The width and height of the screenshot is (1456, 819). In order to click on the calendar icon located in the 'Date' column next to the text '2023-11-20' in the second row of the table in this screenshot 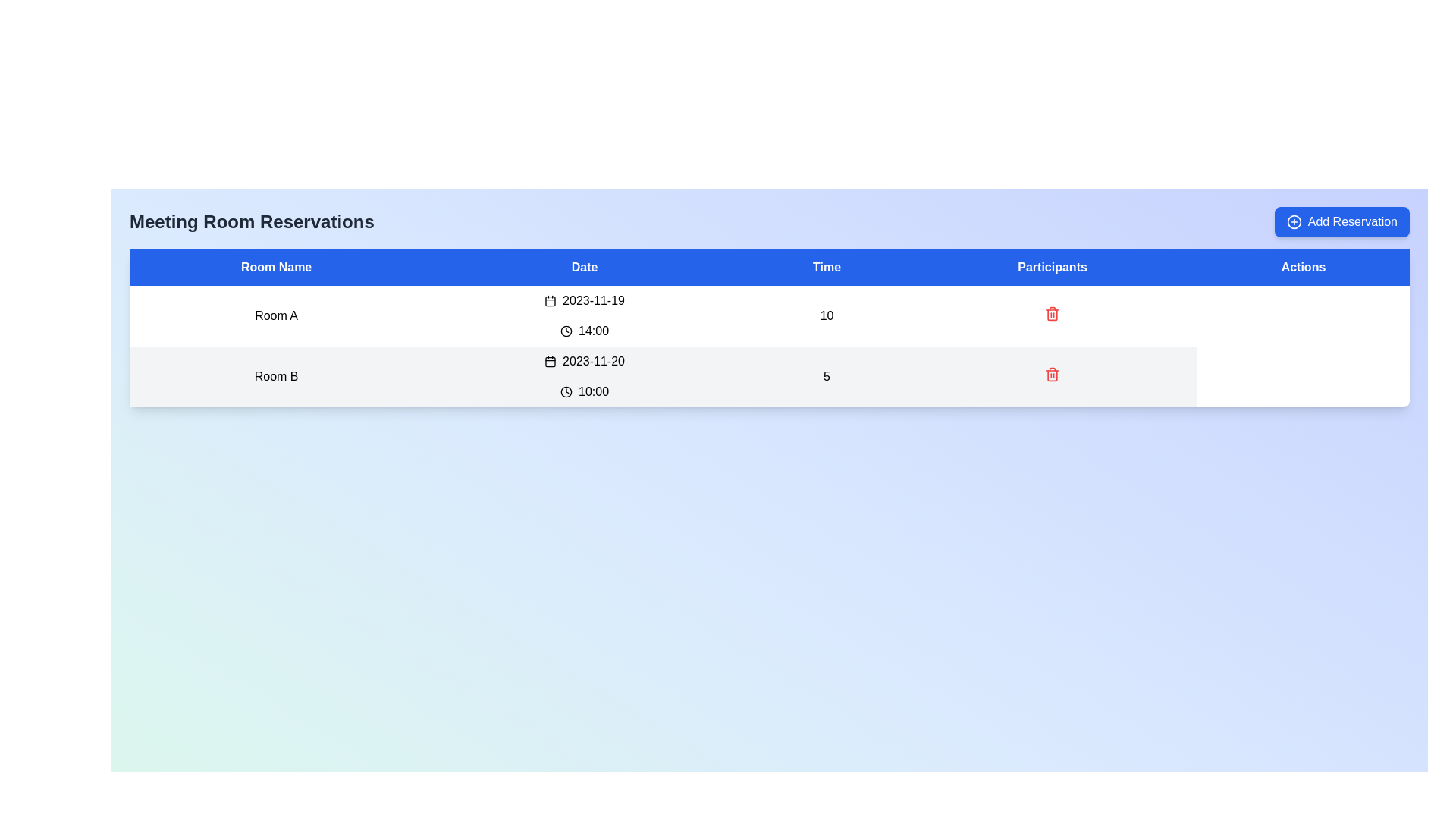, I will do `click(550, 362)`.